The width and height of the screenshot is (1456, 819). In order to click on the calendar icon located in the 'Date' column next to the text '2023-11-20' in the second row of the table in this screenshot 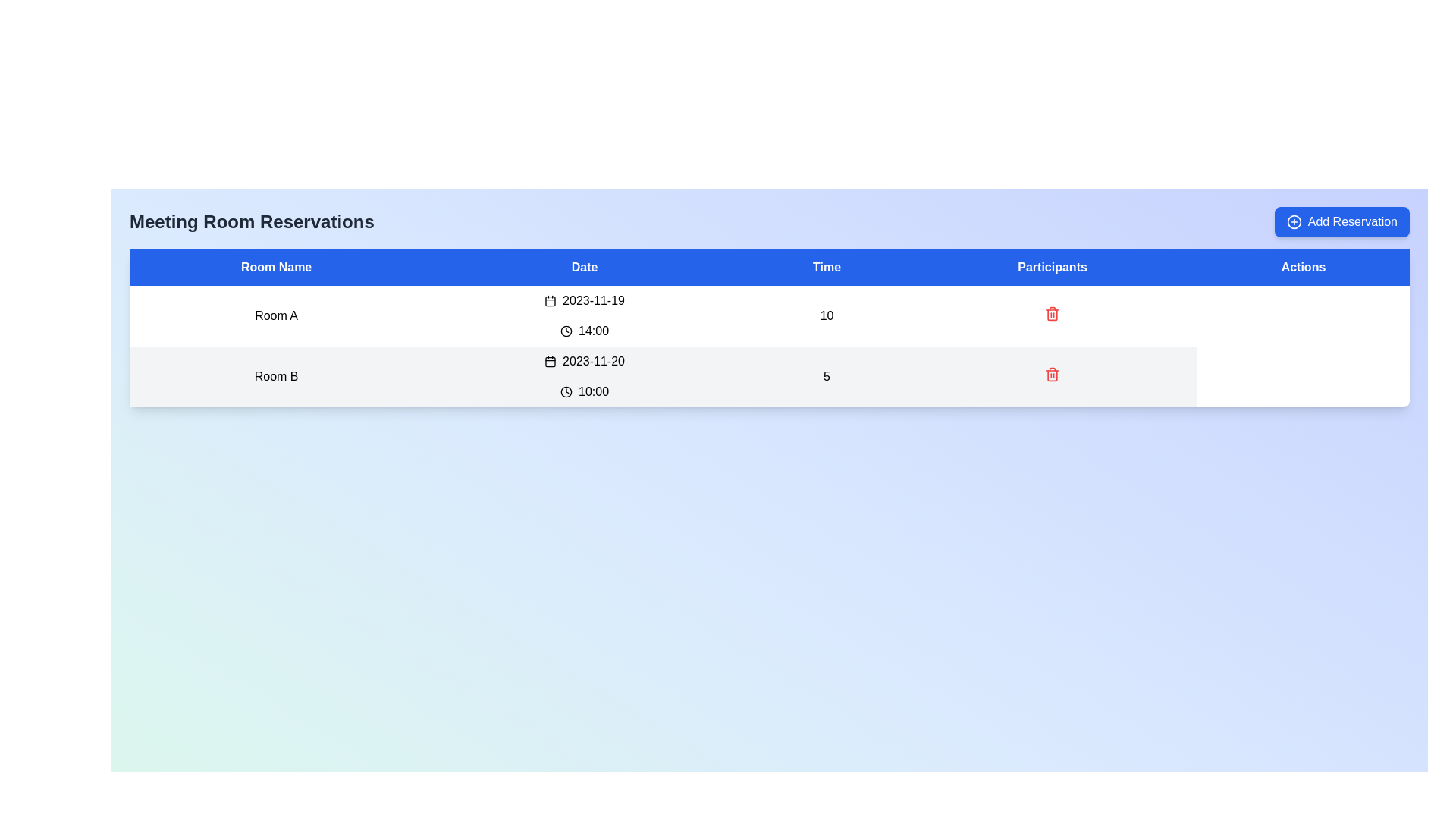, I will do `click(550, 362)`.